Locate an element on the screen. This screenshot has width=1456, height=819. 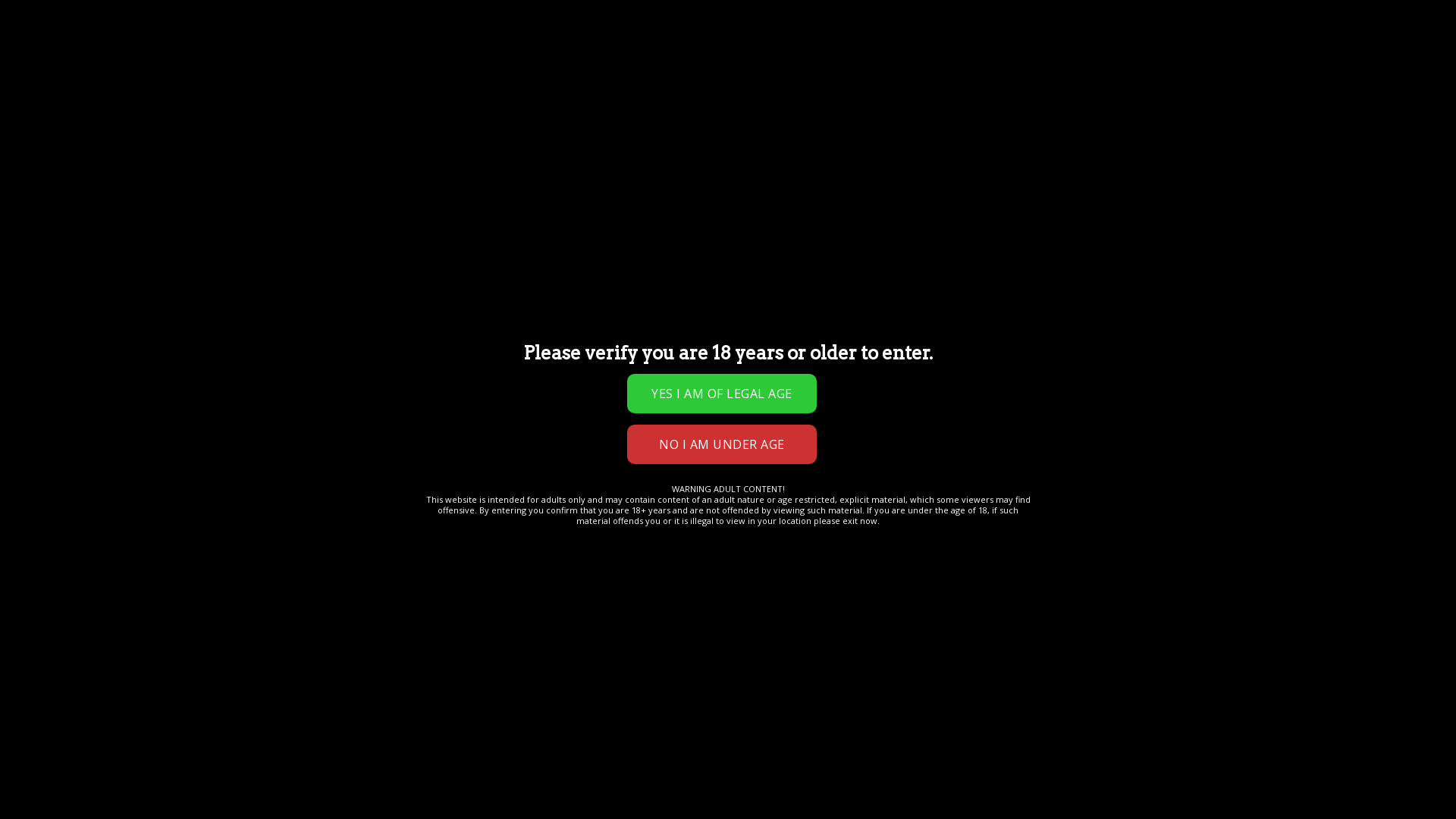
'420 PMUK - THE UK'S CLOSED LOOP SPECIALISTS' is located at coordinates (45, 34).